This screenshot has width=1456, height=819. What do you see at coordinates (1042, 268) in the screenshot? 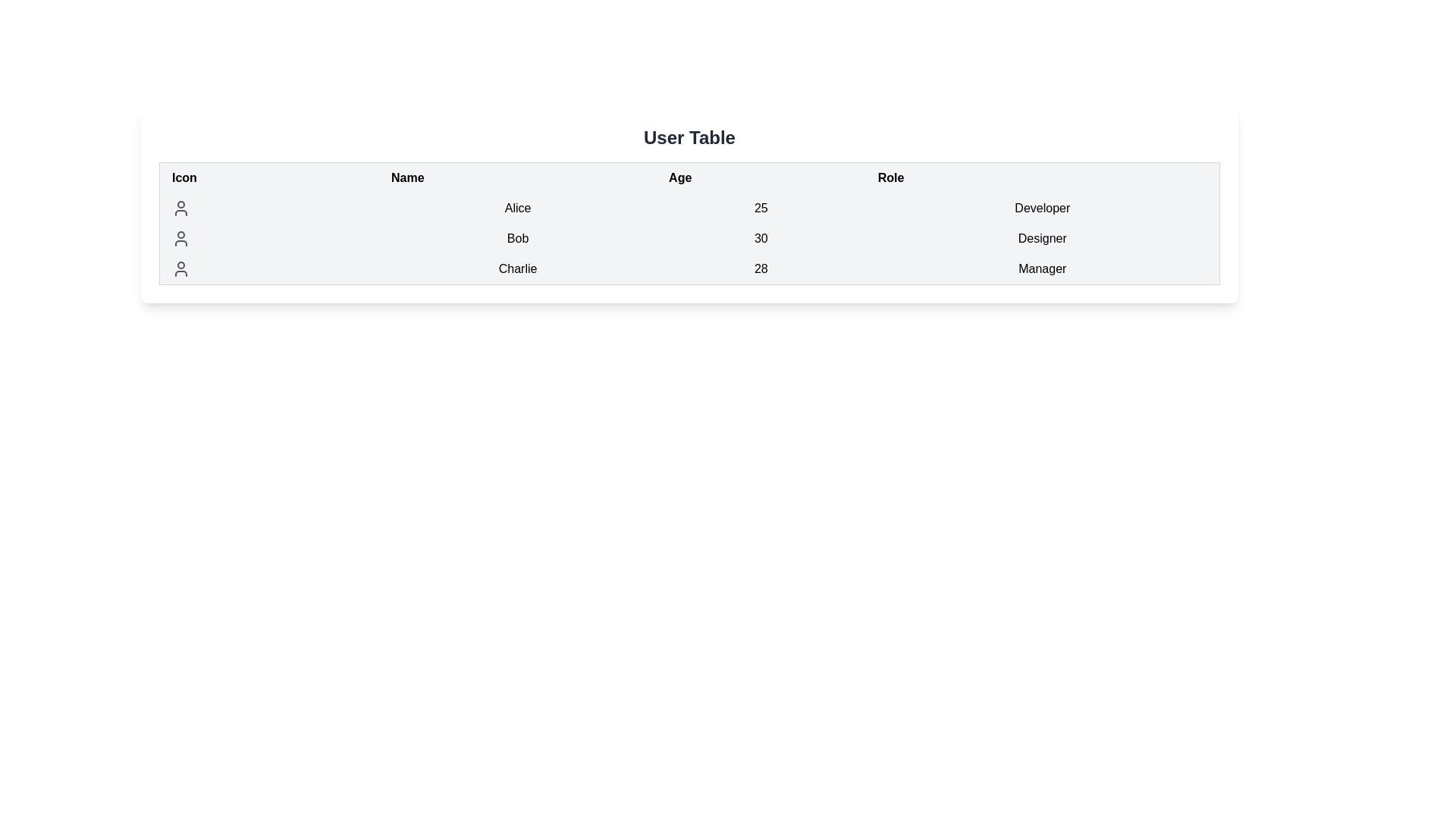
I see `the non-interactive Text label displaying the role associated with the user 'Charlie', located in the third row of the table under the 'Role' column` at bounding box center [1042, 268].